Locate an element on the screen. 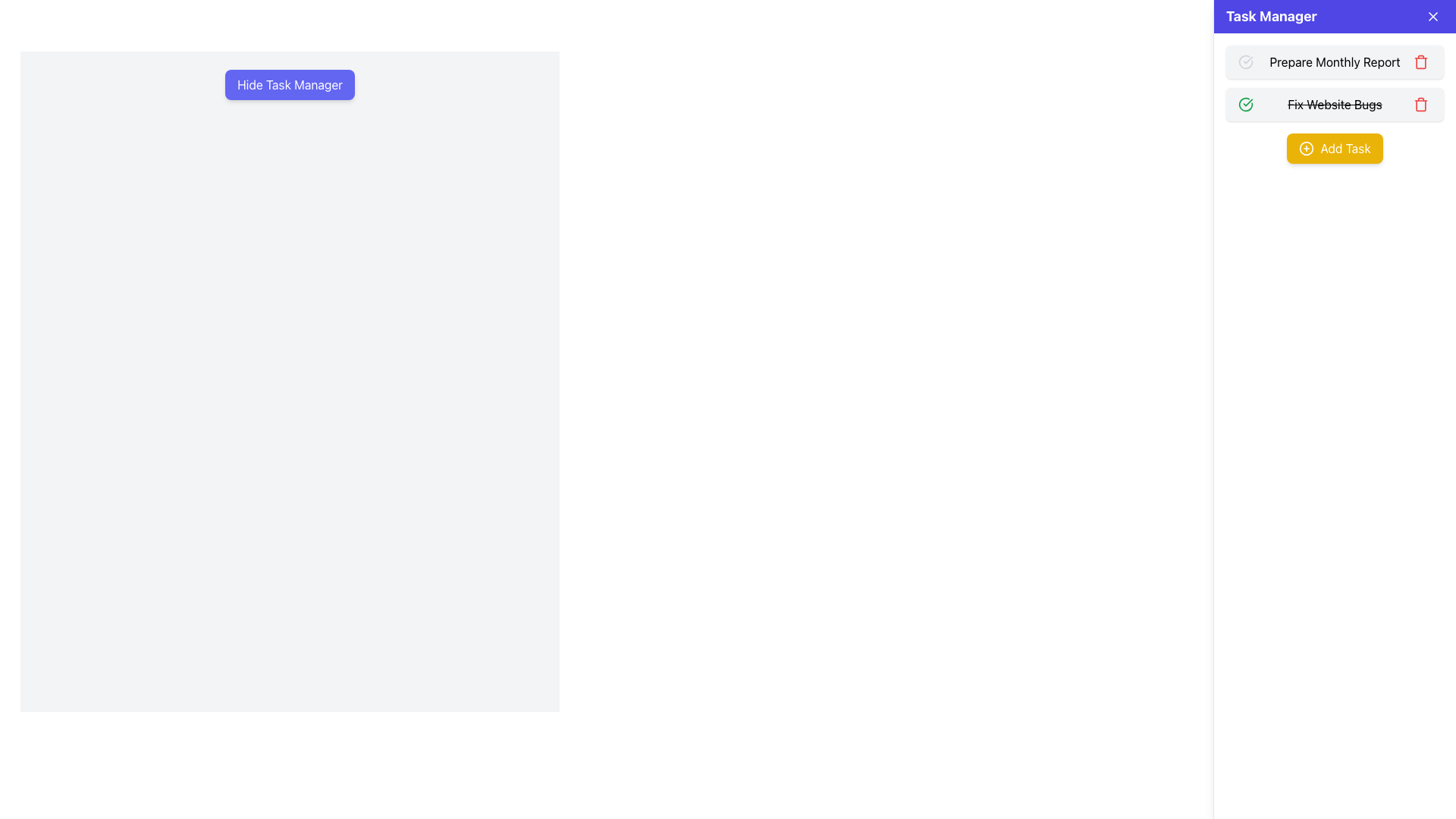 The image size is (1456, 819). the upper left segment of the green checkmark icon associated with the task 'Fix Website Bugs' in the Task Manager interface to interact with it is located at coordinates (1245, 104).